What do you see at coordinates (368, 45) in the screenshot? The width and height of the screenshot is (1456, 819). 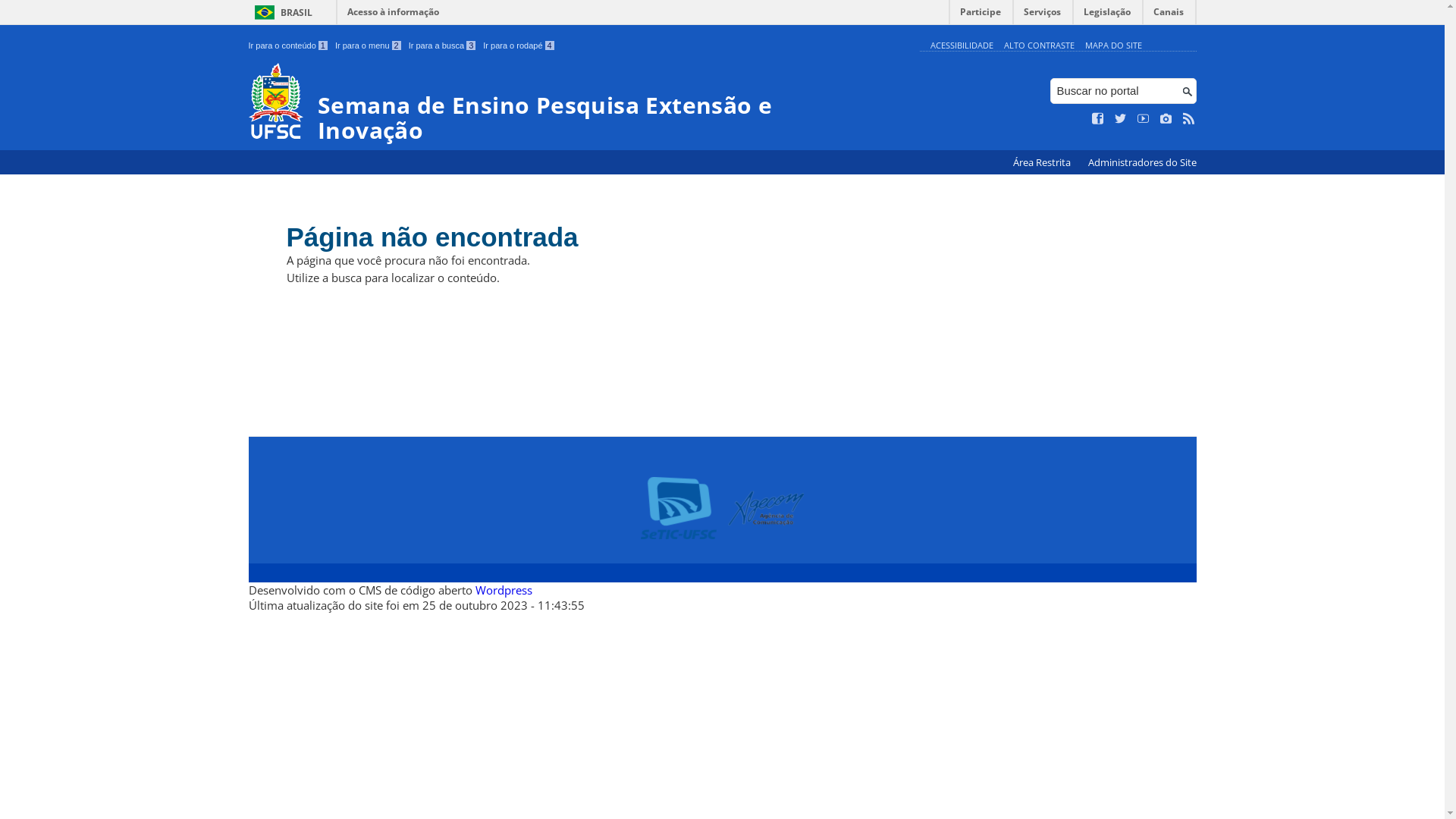 I see `'Ir para o menu 2'` at bounding box center [368, 45].